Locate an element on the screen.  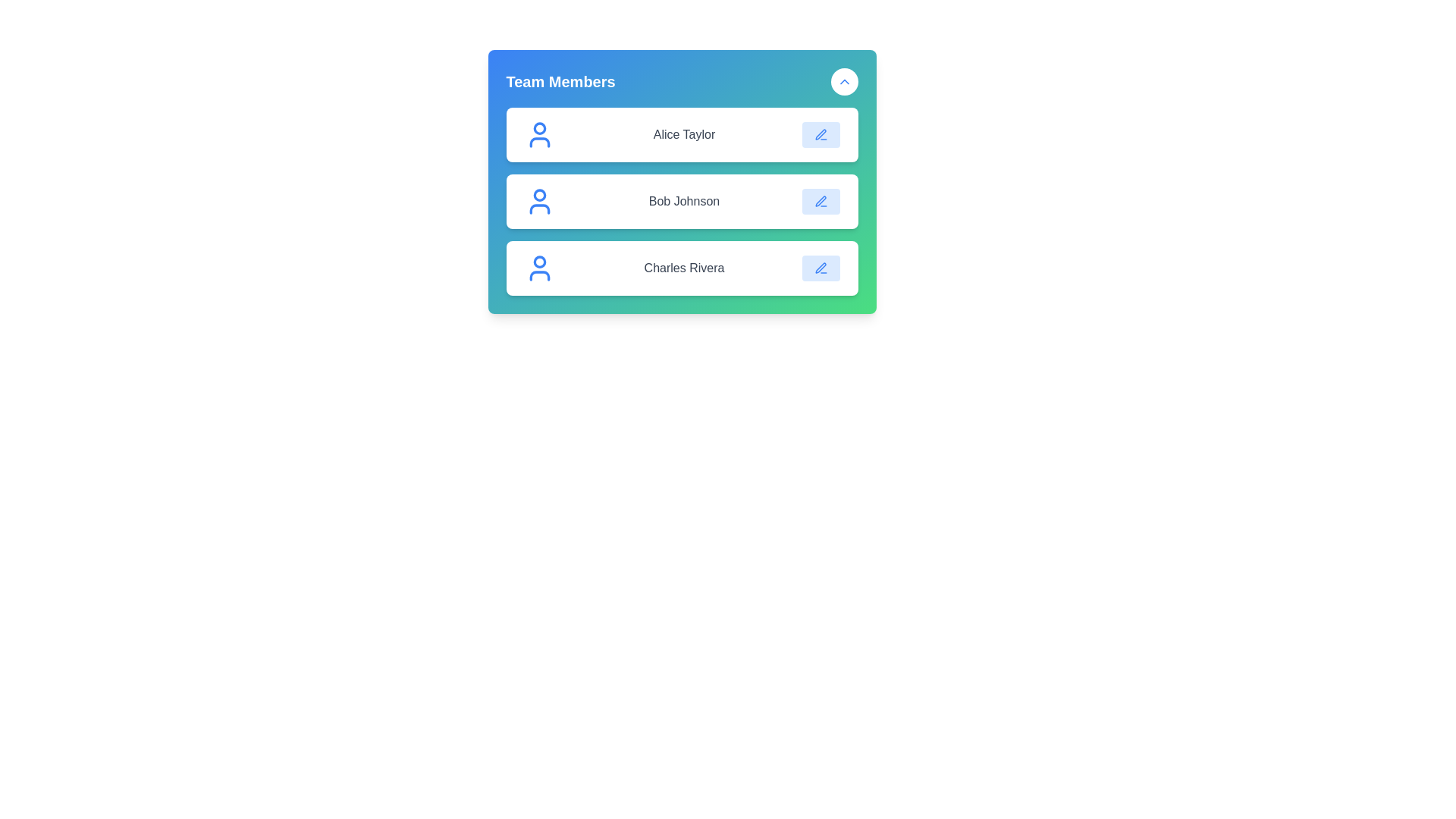
expand/collapse button to toggle the visibility of the list is located at coordinates (843, 82).